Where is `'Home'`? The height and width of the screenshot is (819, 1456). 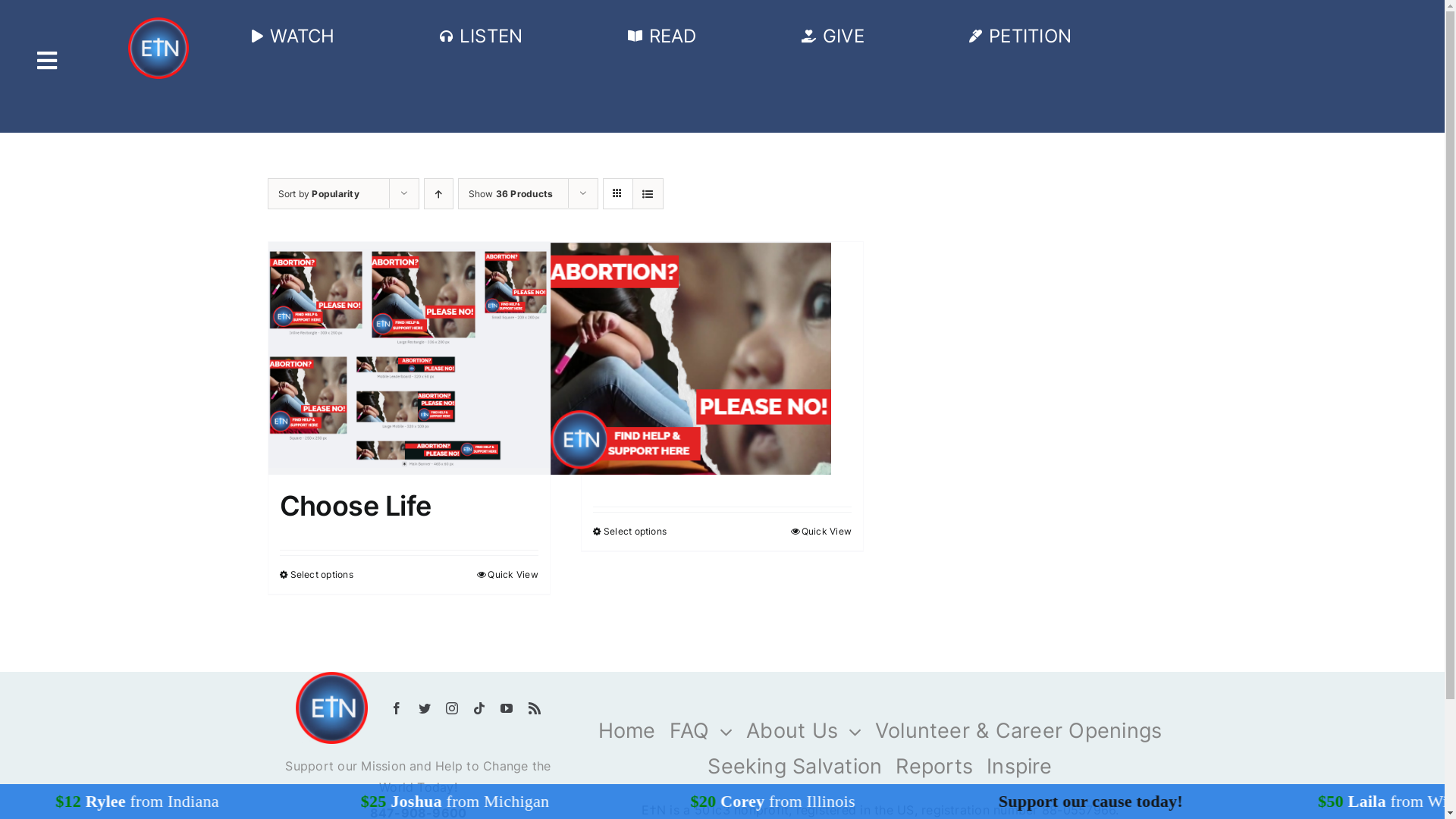 'Home' is located at coordinates (626, 730).